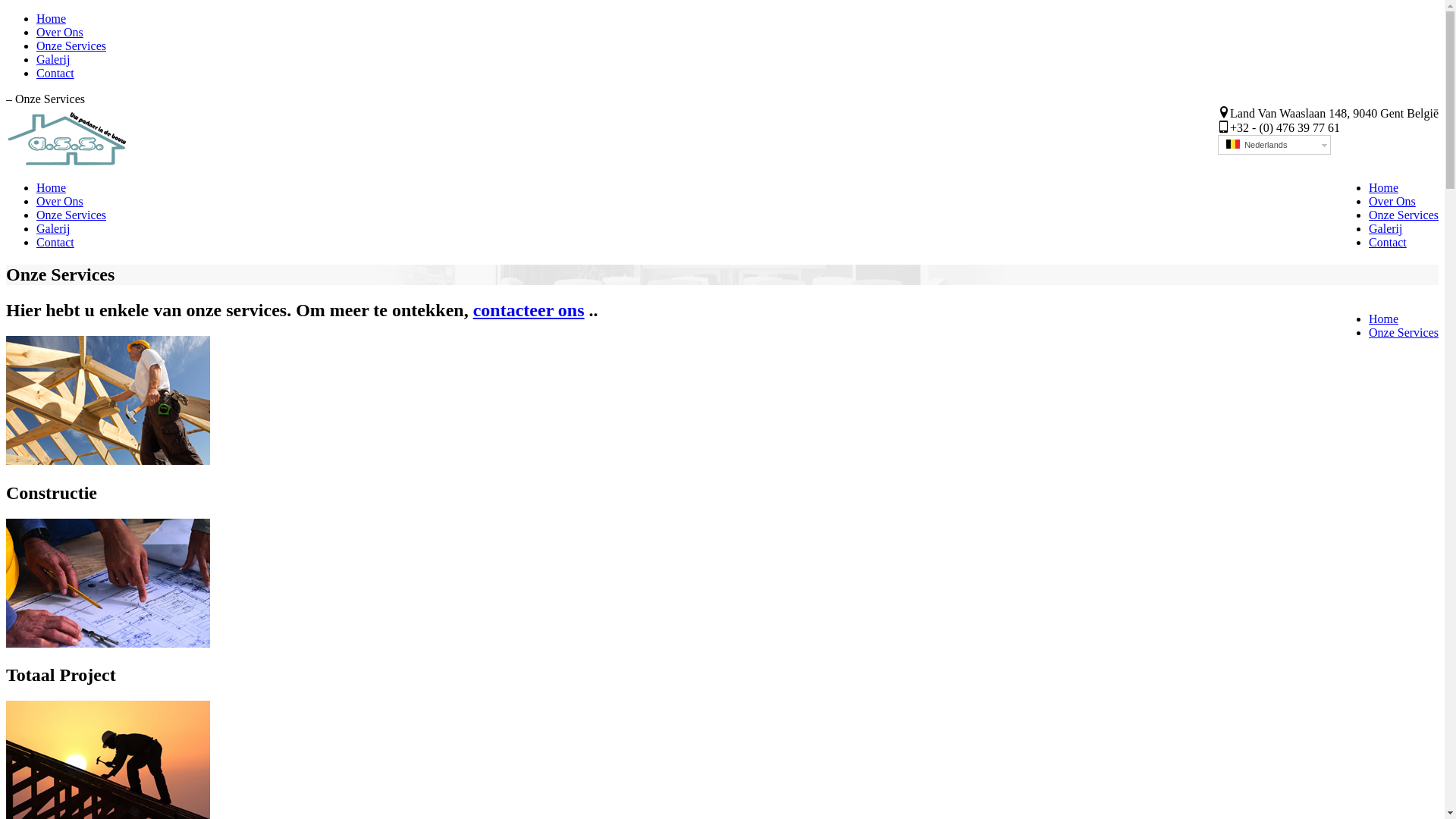  Describe the element at coordinates (59, 200) in the screenshot. I see `'Over Ons'` at that location.